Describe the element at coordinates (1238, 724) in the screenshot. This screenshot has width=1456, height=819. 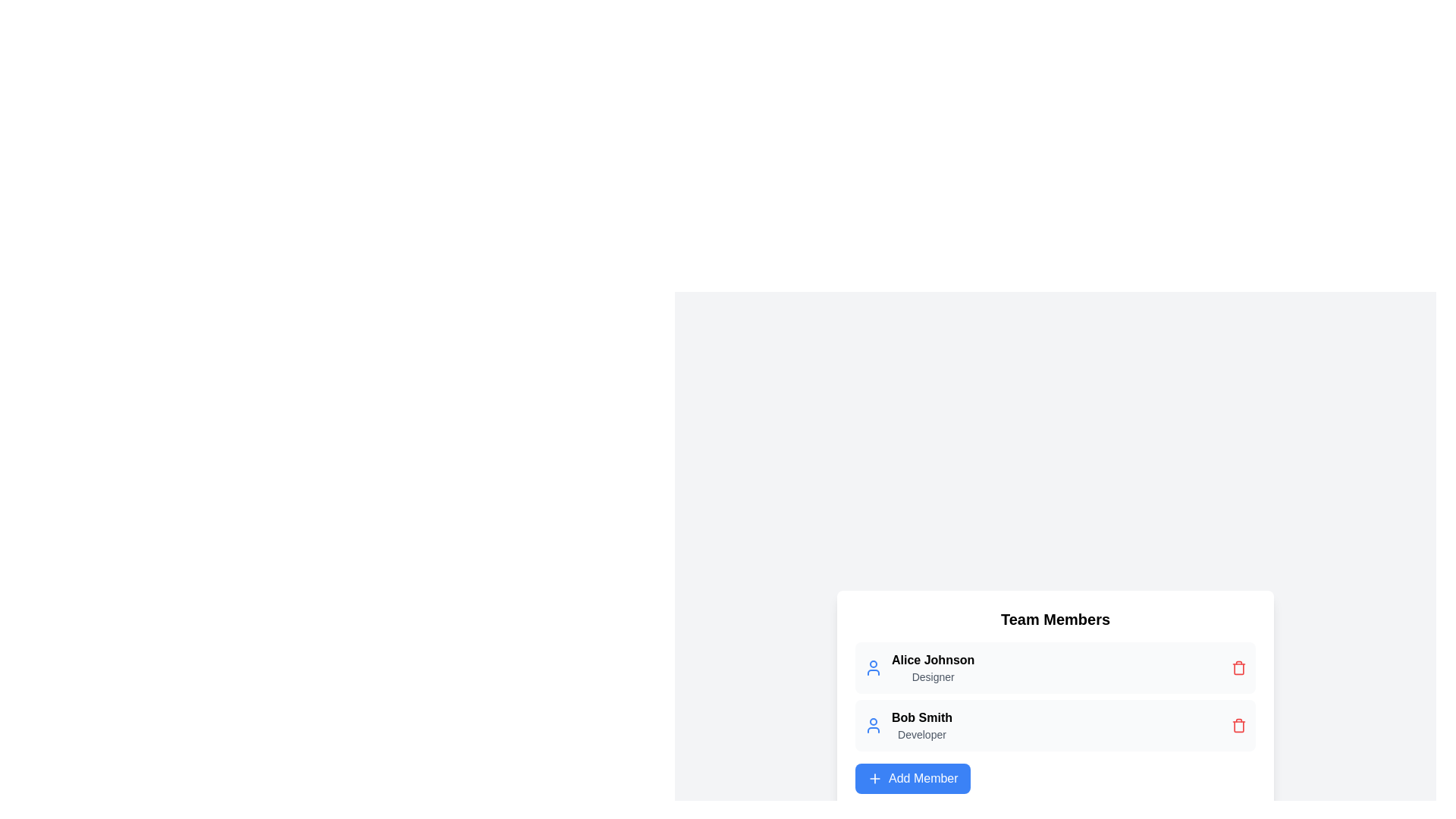
I see `the red trash can button that signifies delete action, located at the right end of the row for user 'Bob Smith', to observe its hover effect` at that location.